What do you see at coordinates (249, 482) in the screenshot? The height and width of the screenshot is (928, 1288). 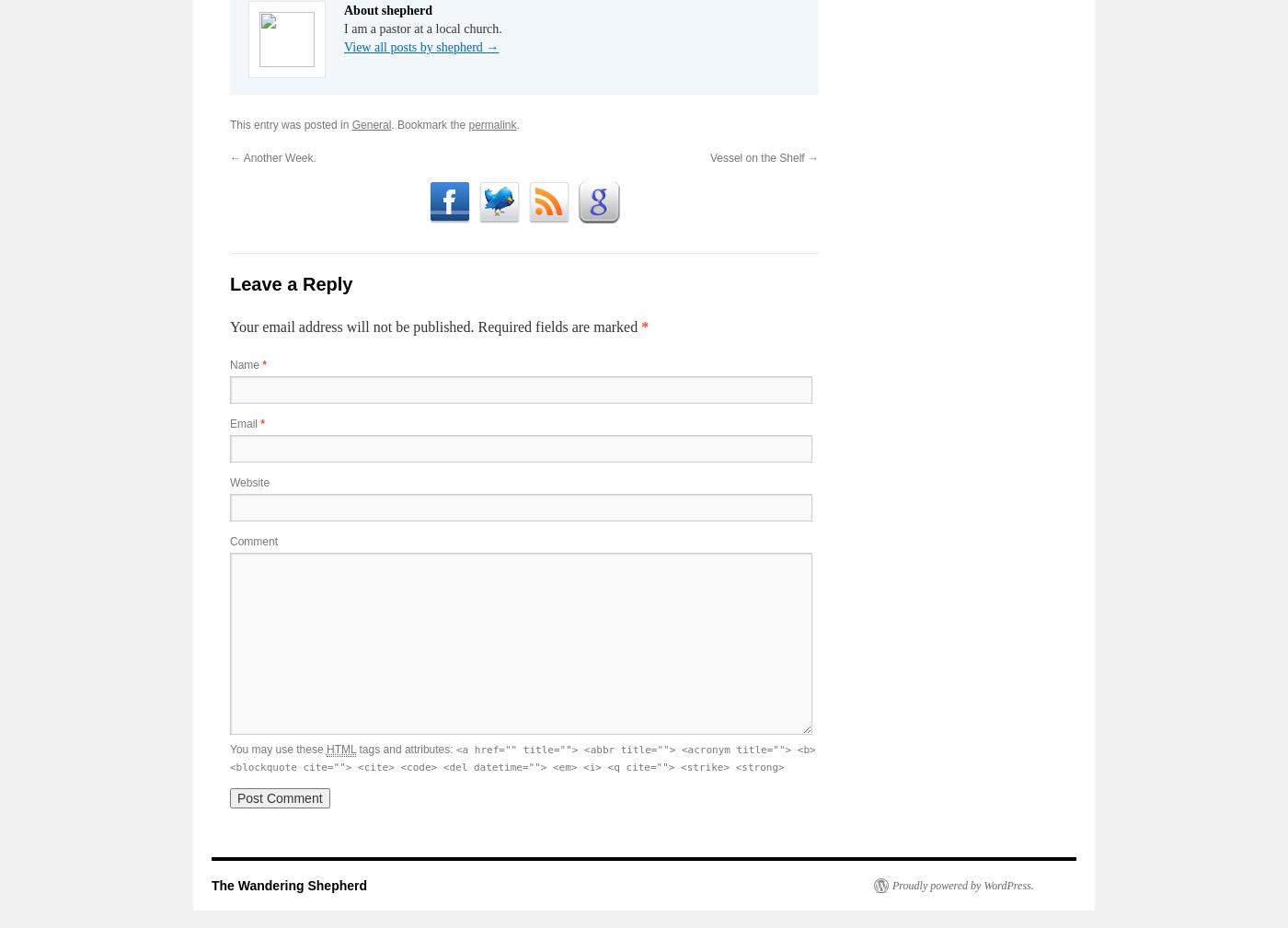 I see `'Website'` at bounding box center [249, 482].